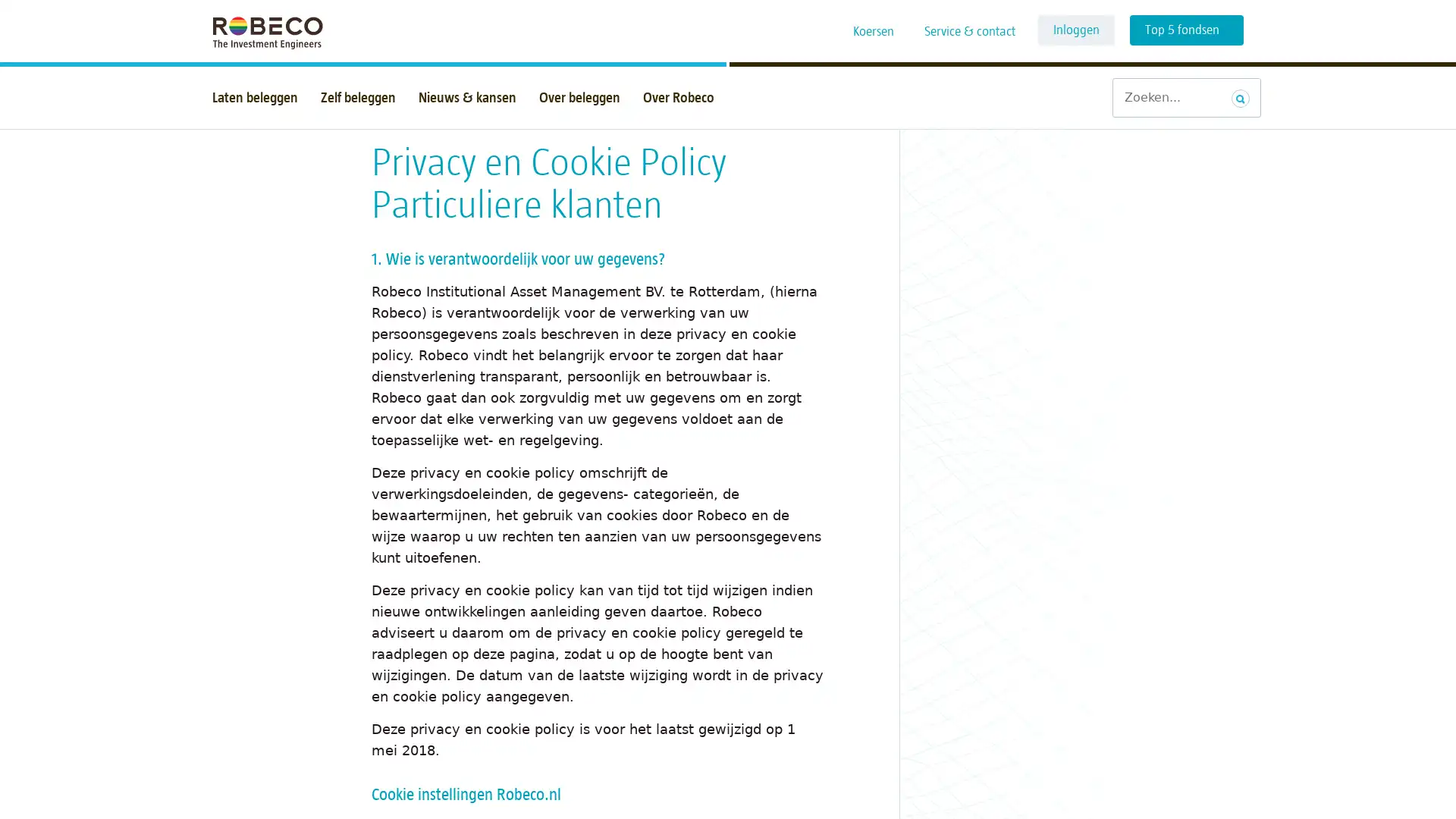 The image size is (1456, 819). I want to click on Laten beleggen, so click(255, 97).